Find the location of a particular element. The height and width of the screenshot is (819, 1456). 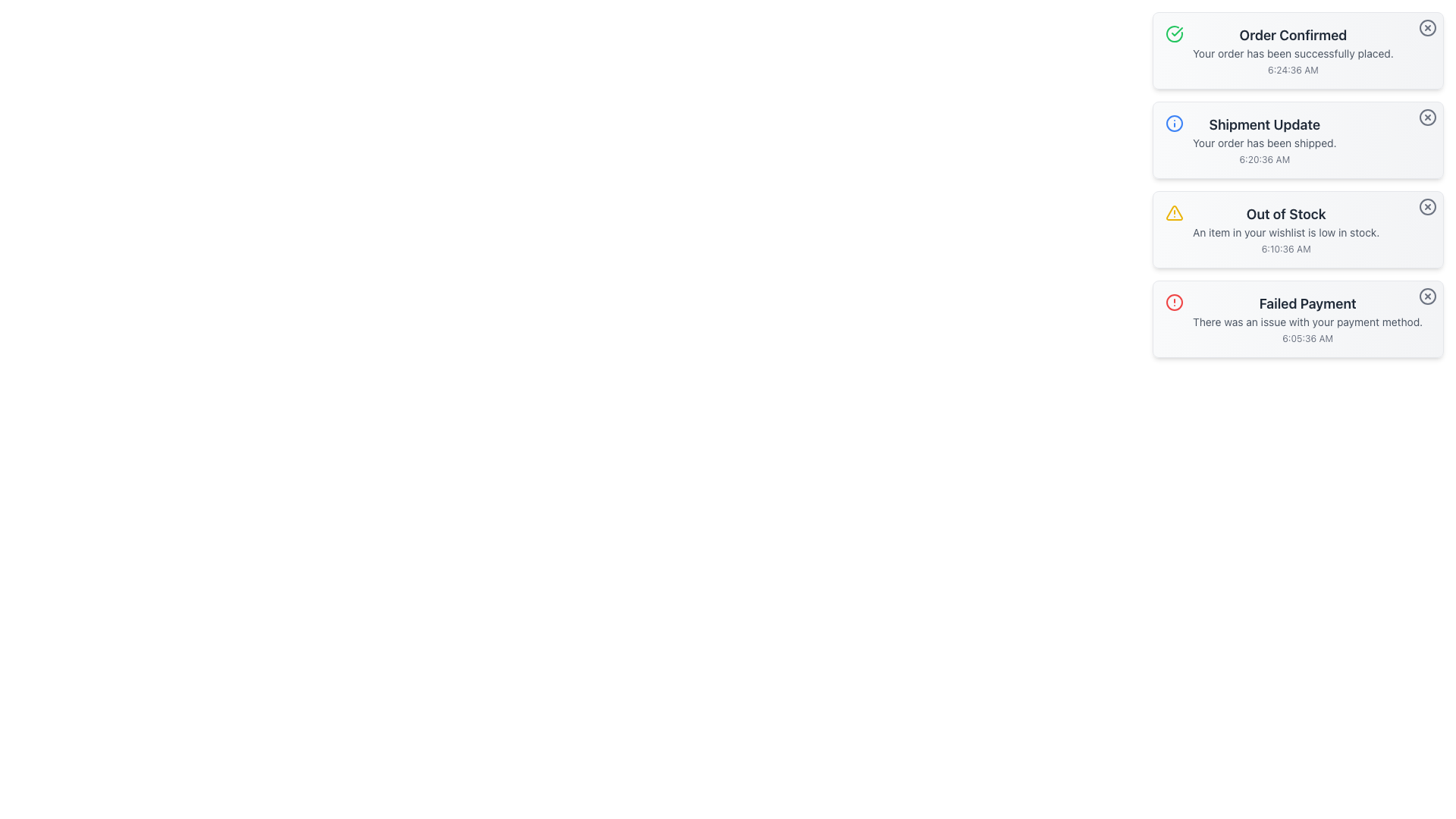

the Notification Card that informs the user about an out-of-stock item from their wishlist, positioned as the third card in a series of notification cards is located at coordinates (1285, 230).